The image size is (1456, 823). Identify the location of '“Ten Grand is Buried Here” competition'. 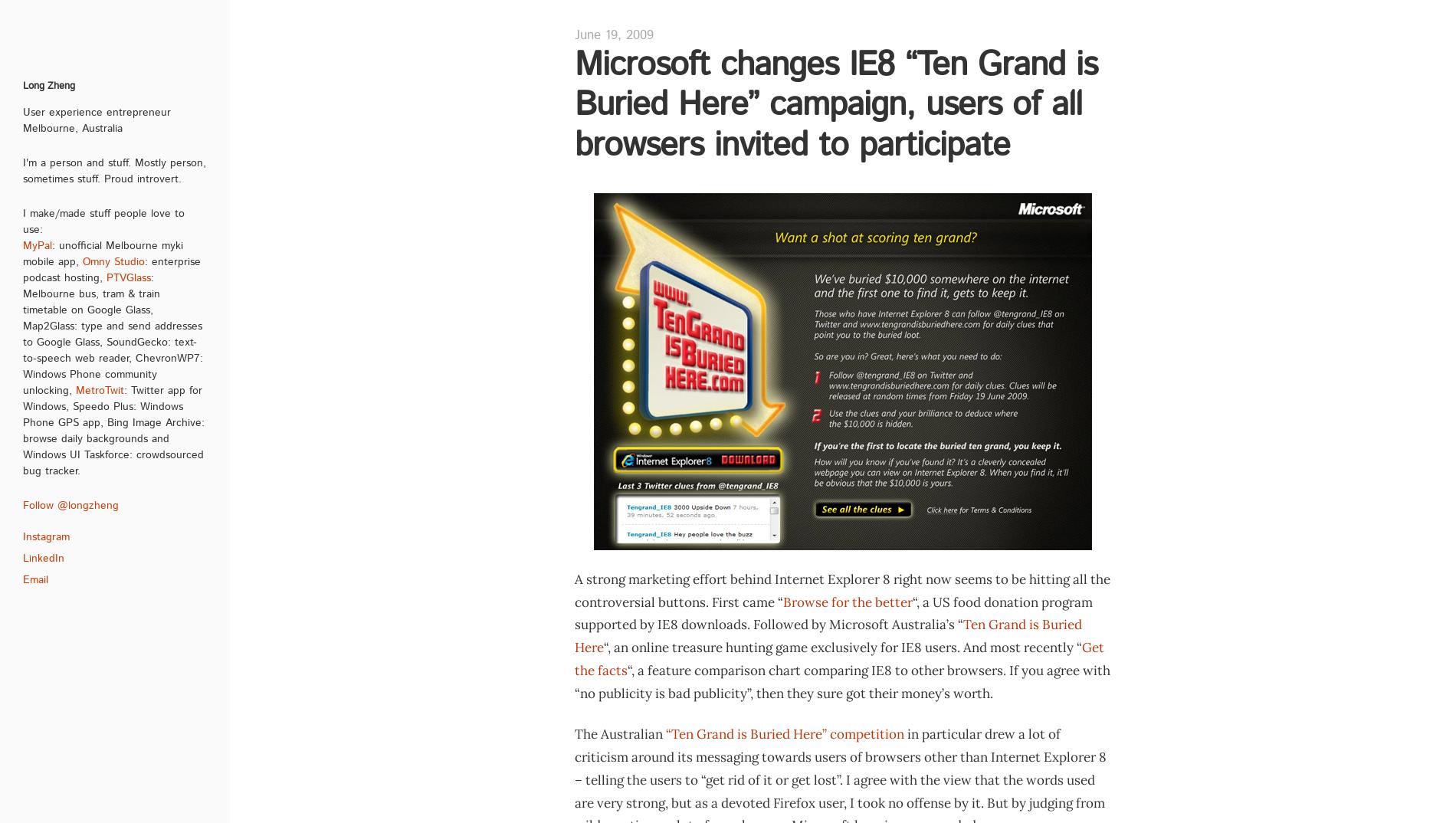
(785, 734).